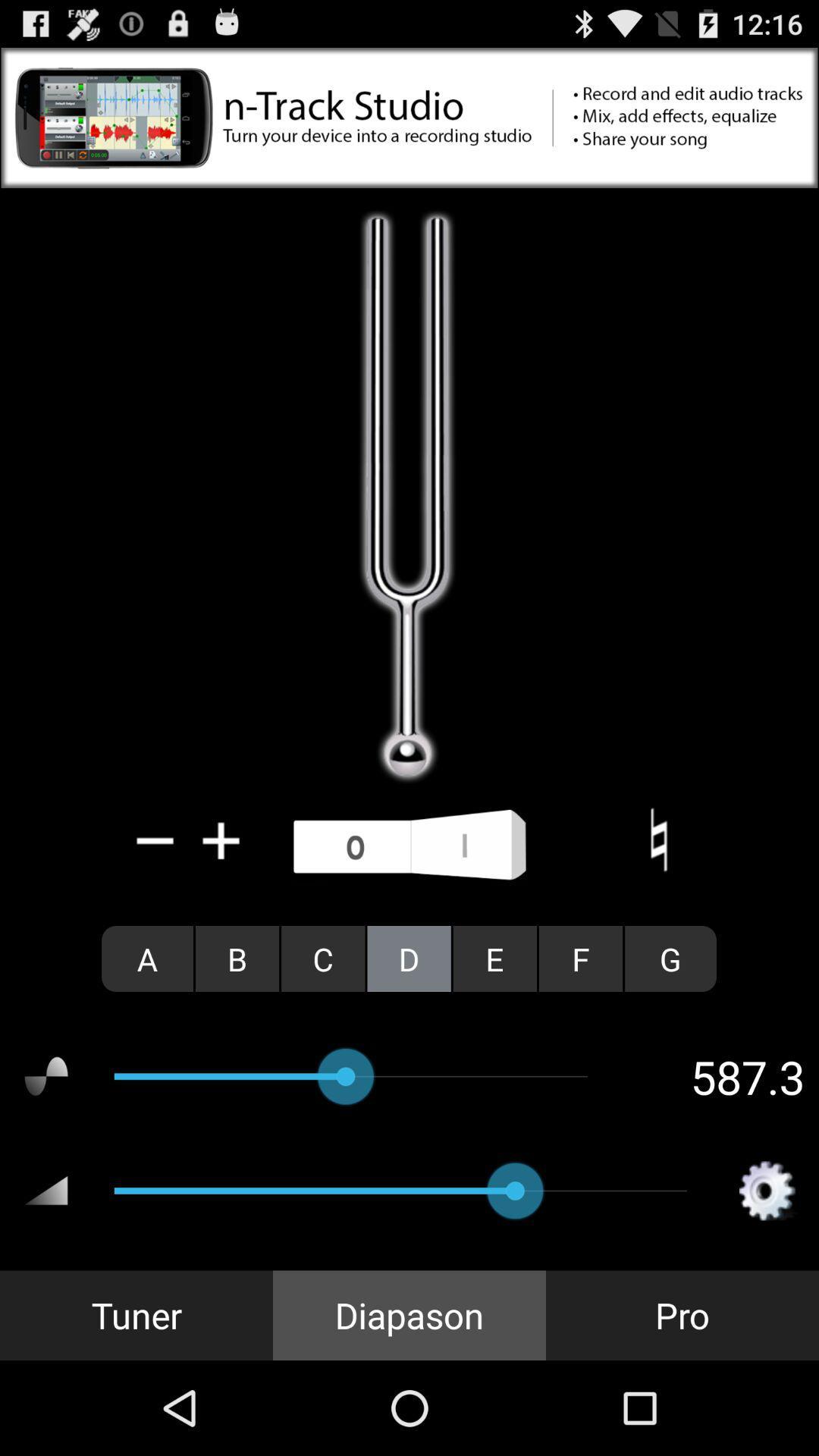 This screenshot has width=819, height=1456. What do you see at coordinates (494, 958) in the screenshot?
I see `item to the right of the d` at bounding box center [494, 958].